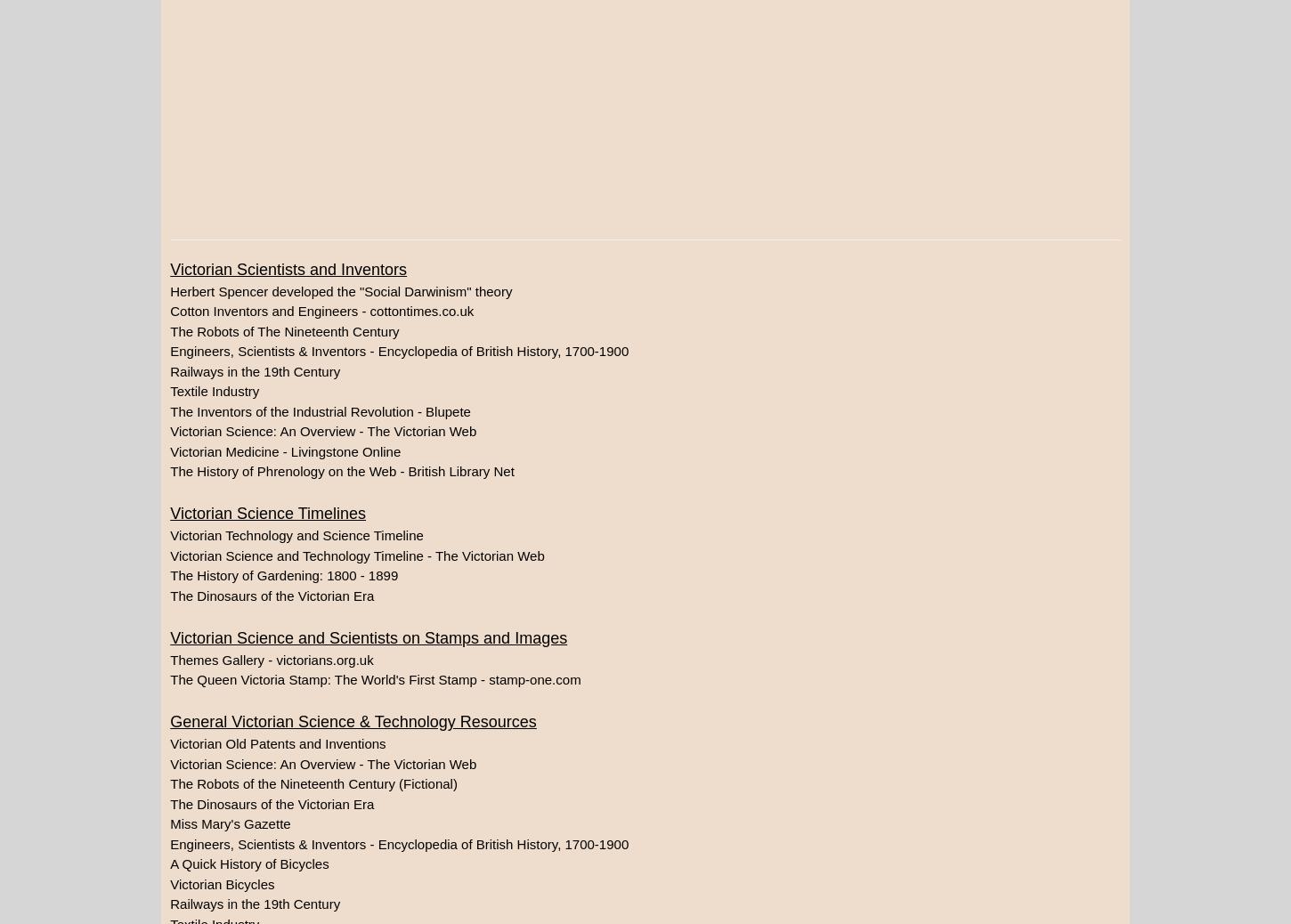 The image size is (1291, 924). Describe the element at coordinates (248, 863) in the screenshot. I see `'A Quick History of Bicycles'` at that location.